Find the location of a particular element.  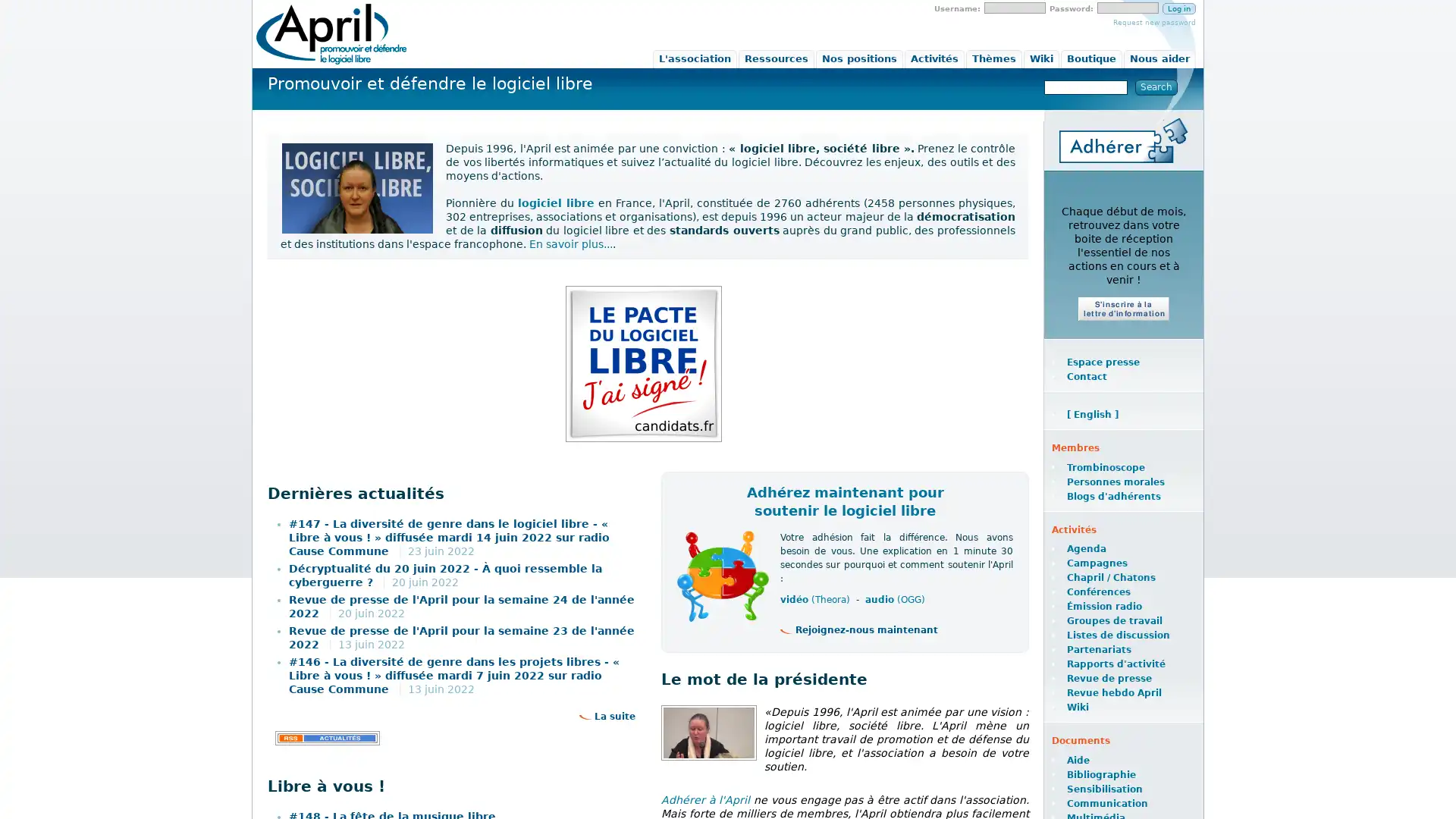

Log in is located at coordinates (1178, 8).